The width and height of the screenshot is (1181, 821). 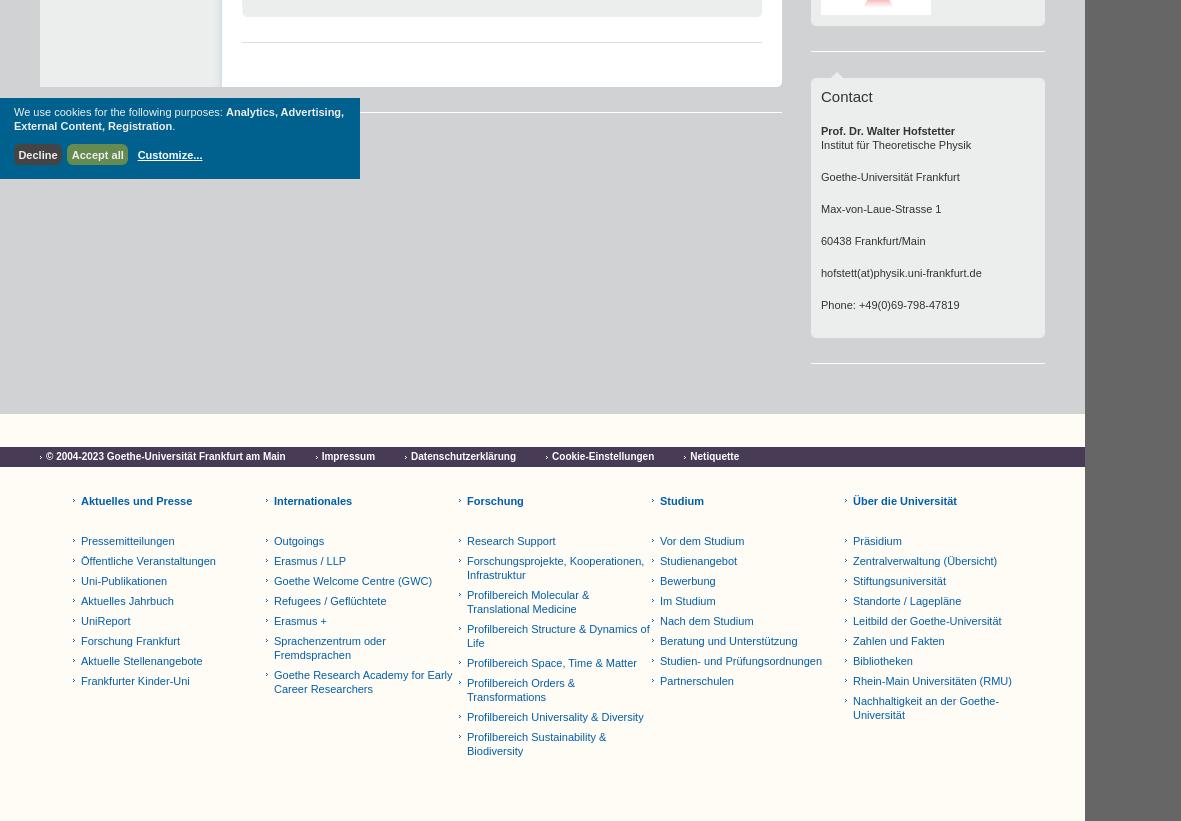 What do you see at coordinates (877, 541) in the screenshot?
I see `'Präsidium'` at bounding box center [877, 541].